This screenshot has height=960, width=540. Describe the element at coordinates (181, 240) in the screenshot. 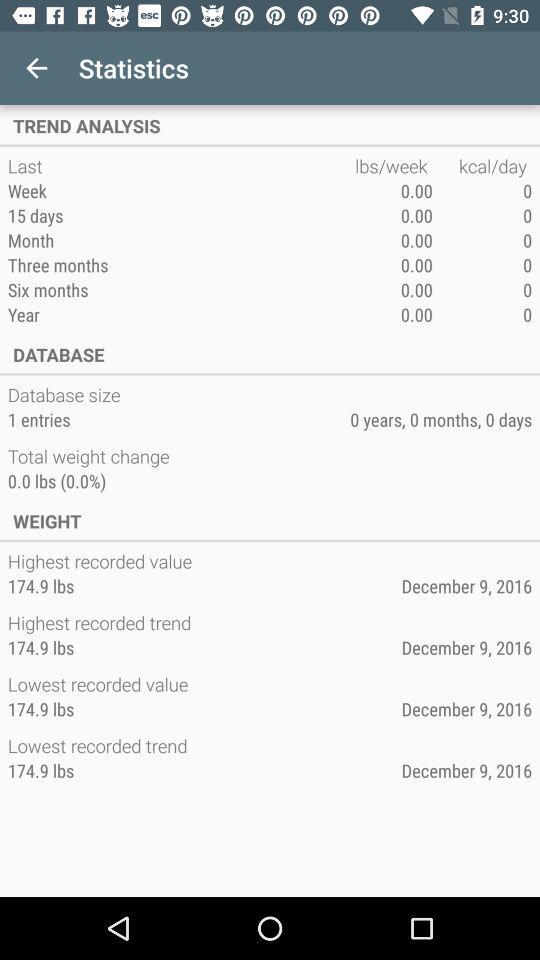

I see `the icon below 15 days item` at that location.